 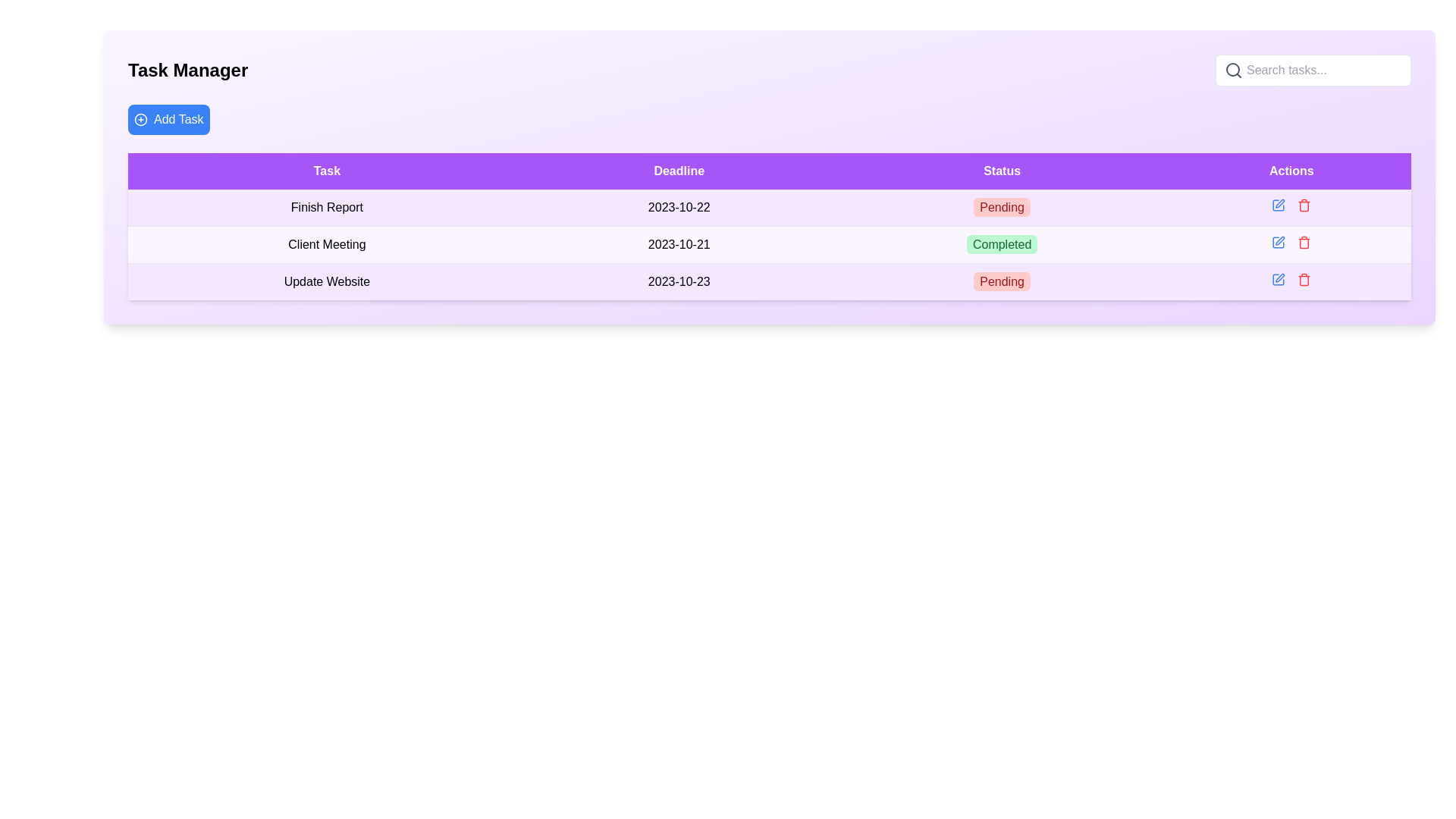 I want to click on the small blue icon depicting a square with a pen symbol, located in the 'Actions' column next to 'Completed' for the 'Client Meeting' row, so click(x=1278, y=242).